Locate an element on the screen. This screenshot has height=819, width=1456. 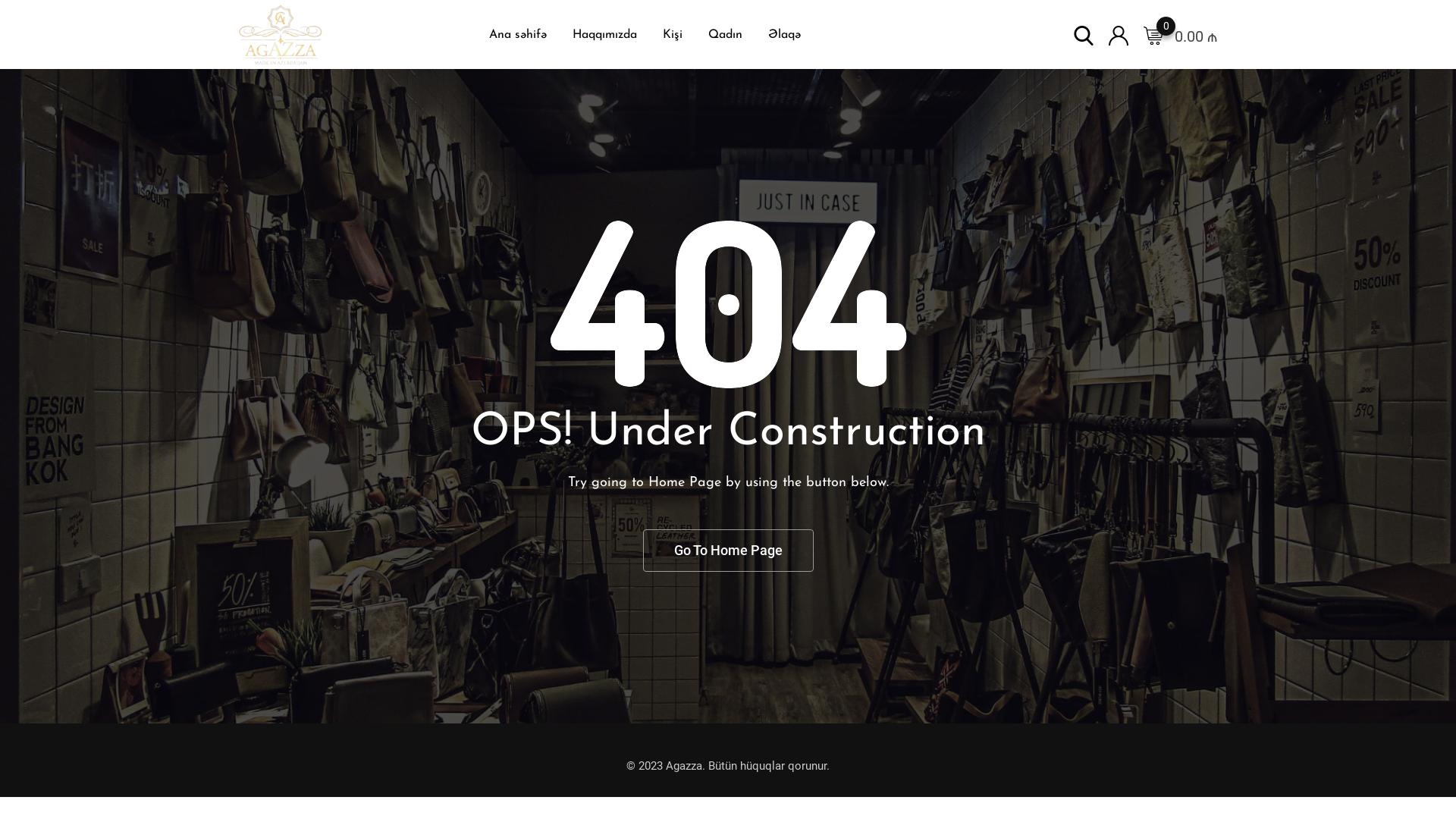
'My Account' is located at coordinates (1118, 34).